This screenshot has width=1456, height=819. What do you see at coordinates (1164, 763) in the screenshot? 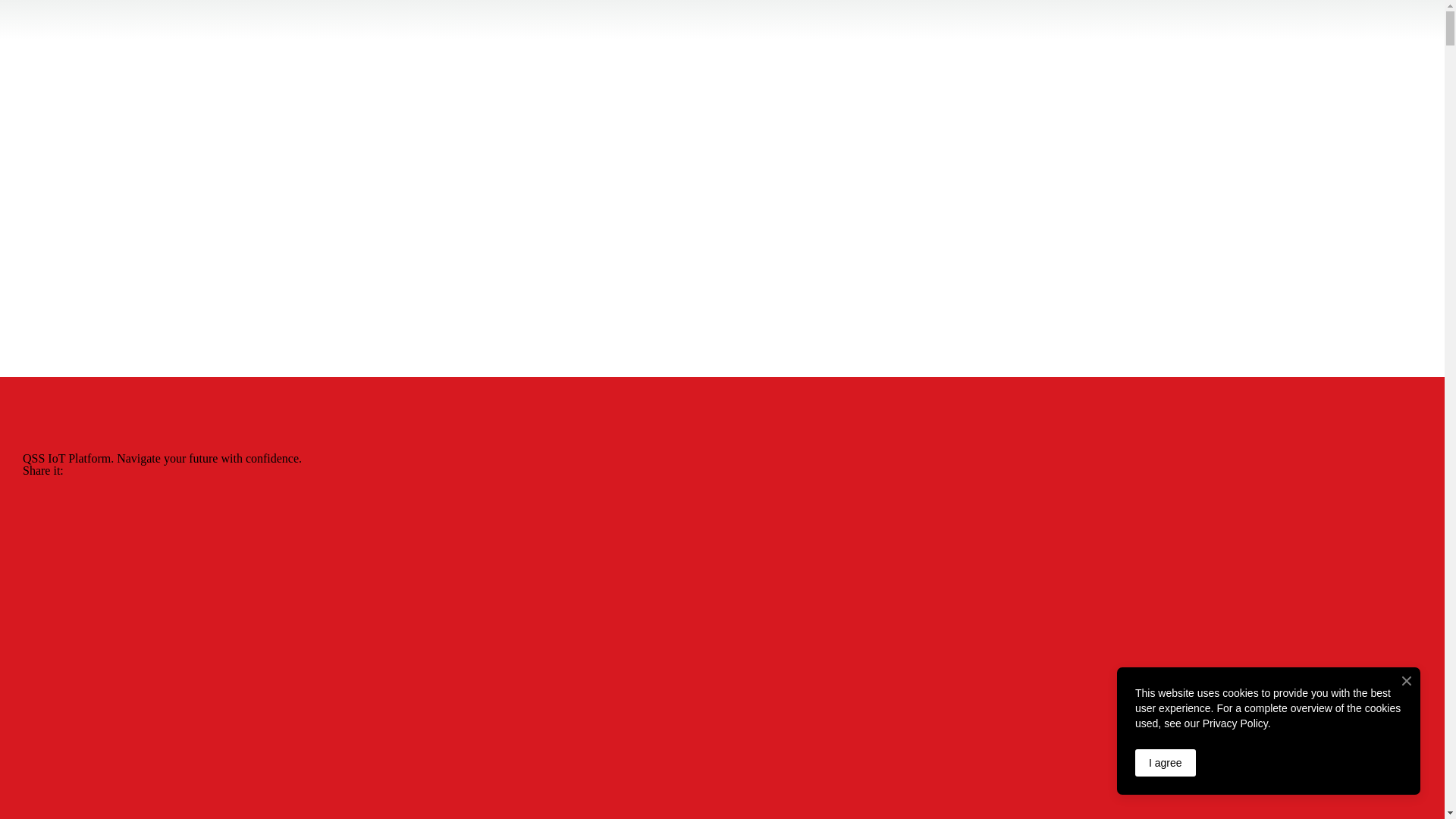
I see `'I agree'` at bounding box center [1164, 763].